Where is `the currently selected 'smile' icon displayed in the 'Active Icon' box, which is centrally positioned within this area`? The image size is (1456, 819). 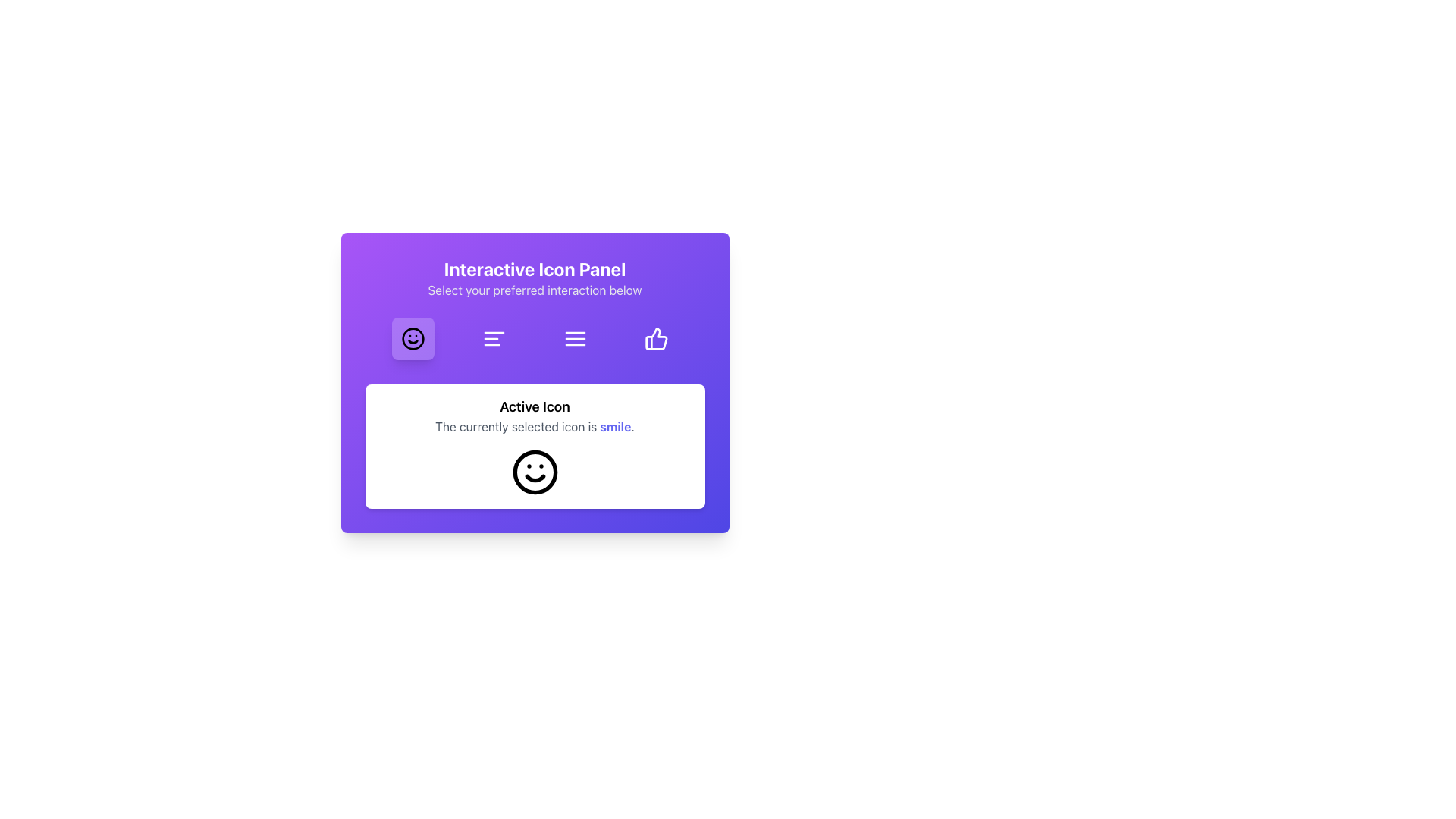 the currently selected 'smile' icon displayed in the 'Active Icon' box, which is centrally positioned within this area is located at coordinates (535, 472).